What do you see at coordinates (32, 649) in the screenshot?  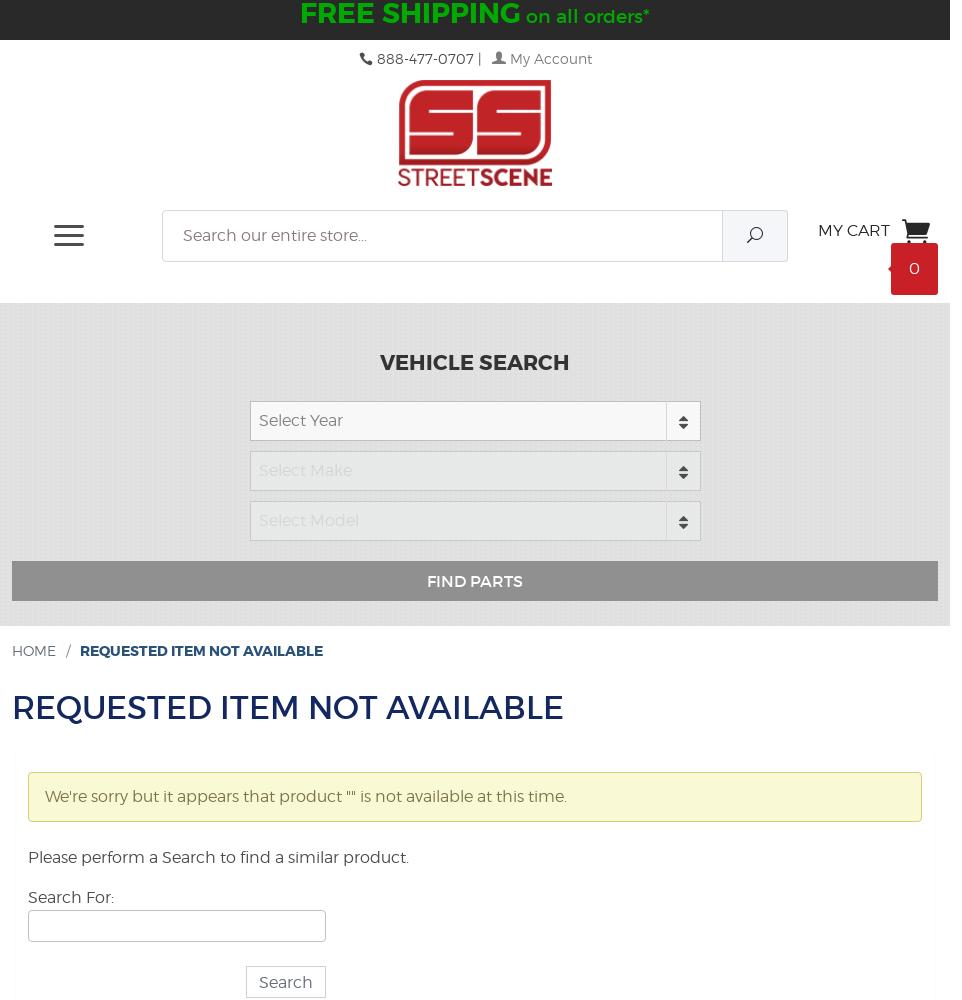 I see `'Home'` at bounding box center [32, 649].